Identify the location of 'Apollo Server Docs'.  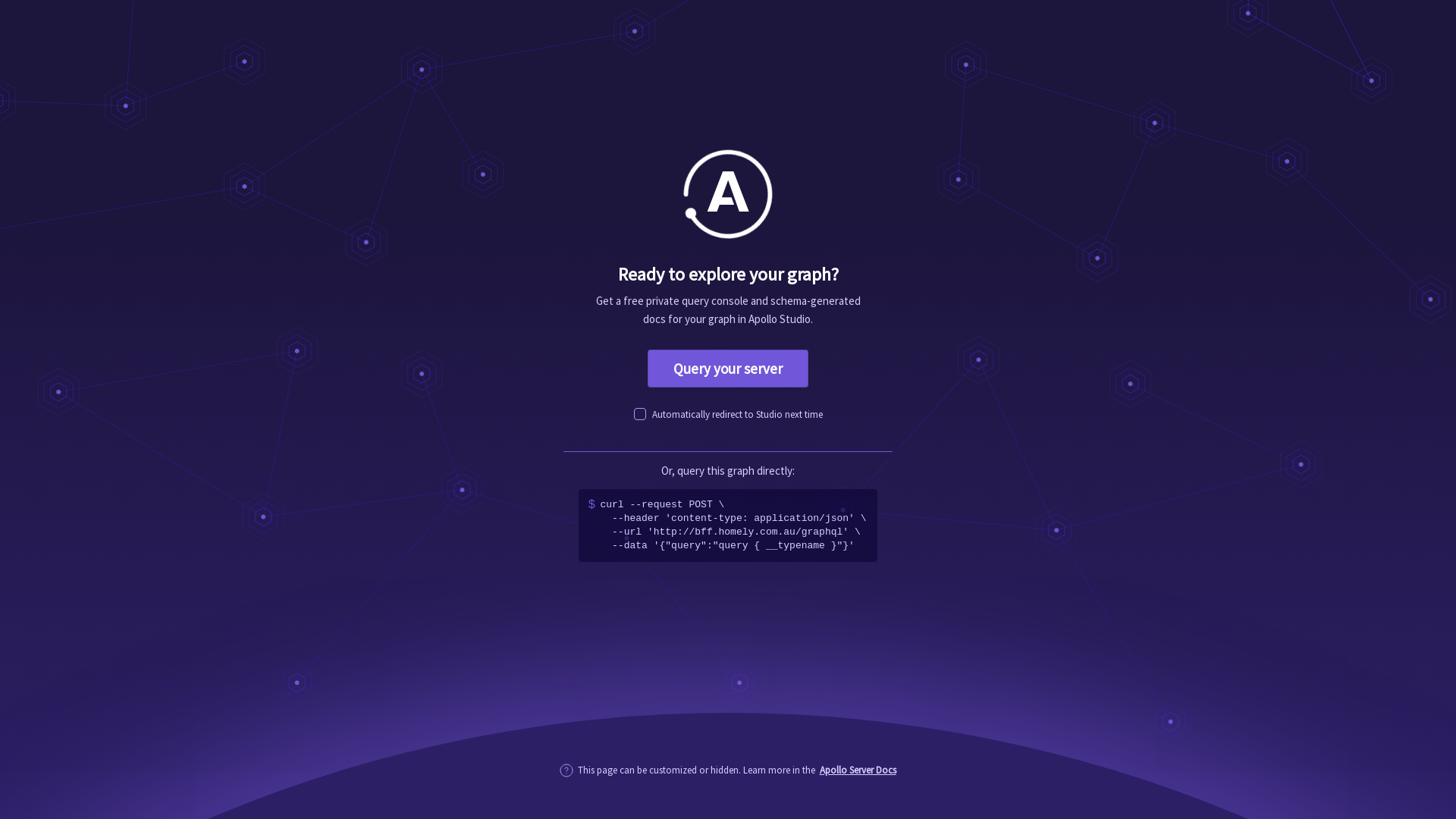
(858, 770).